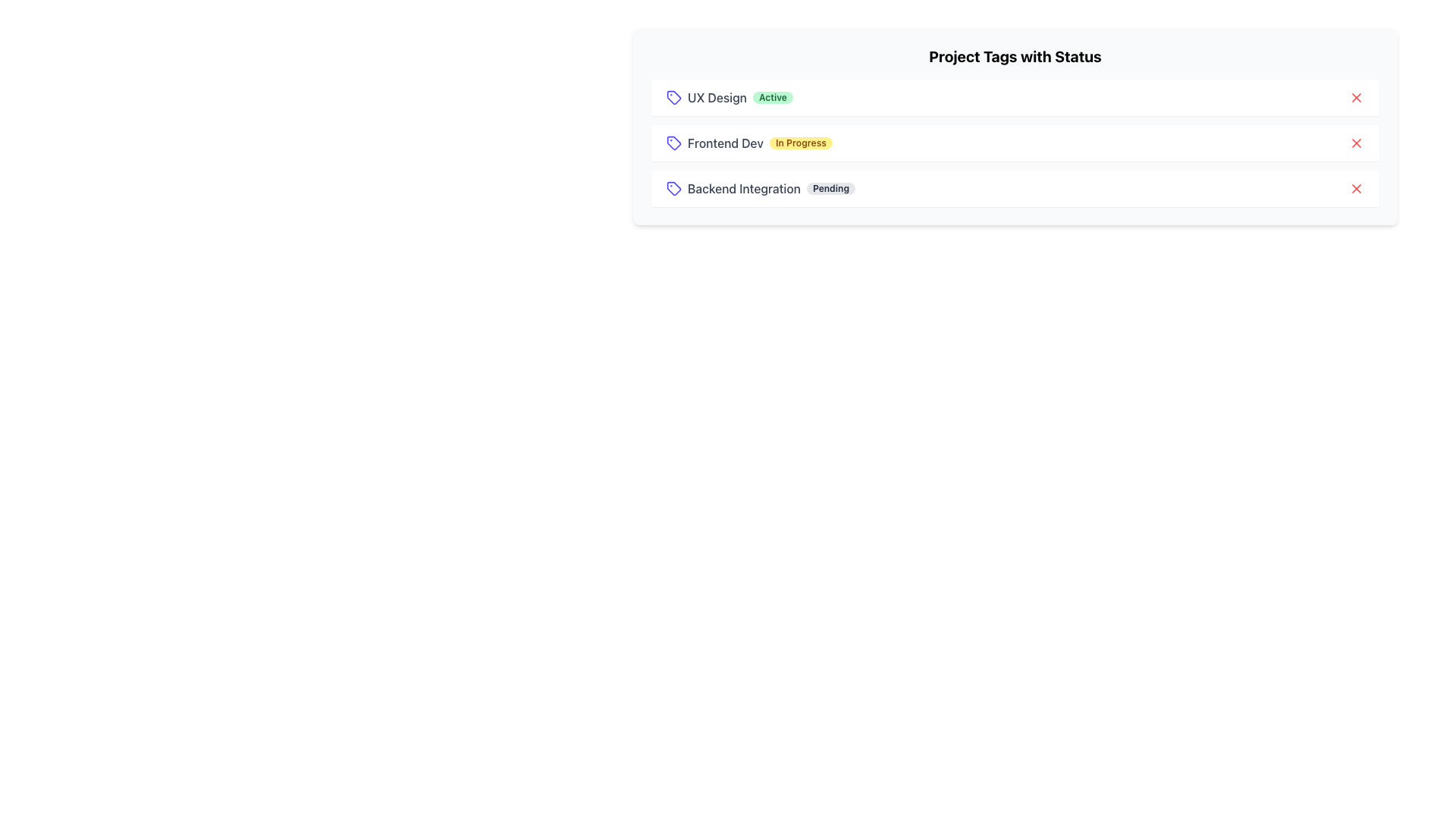  I want to click on the indigo-colored tag icon located in the second row of the list, before the text 'Frontend Dev' and to the left of 'In Progress', so click(673, 143).